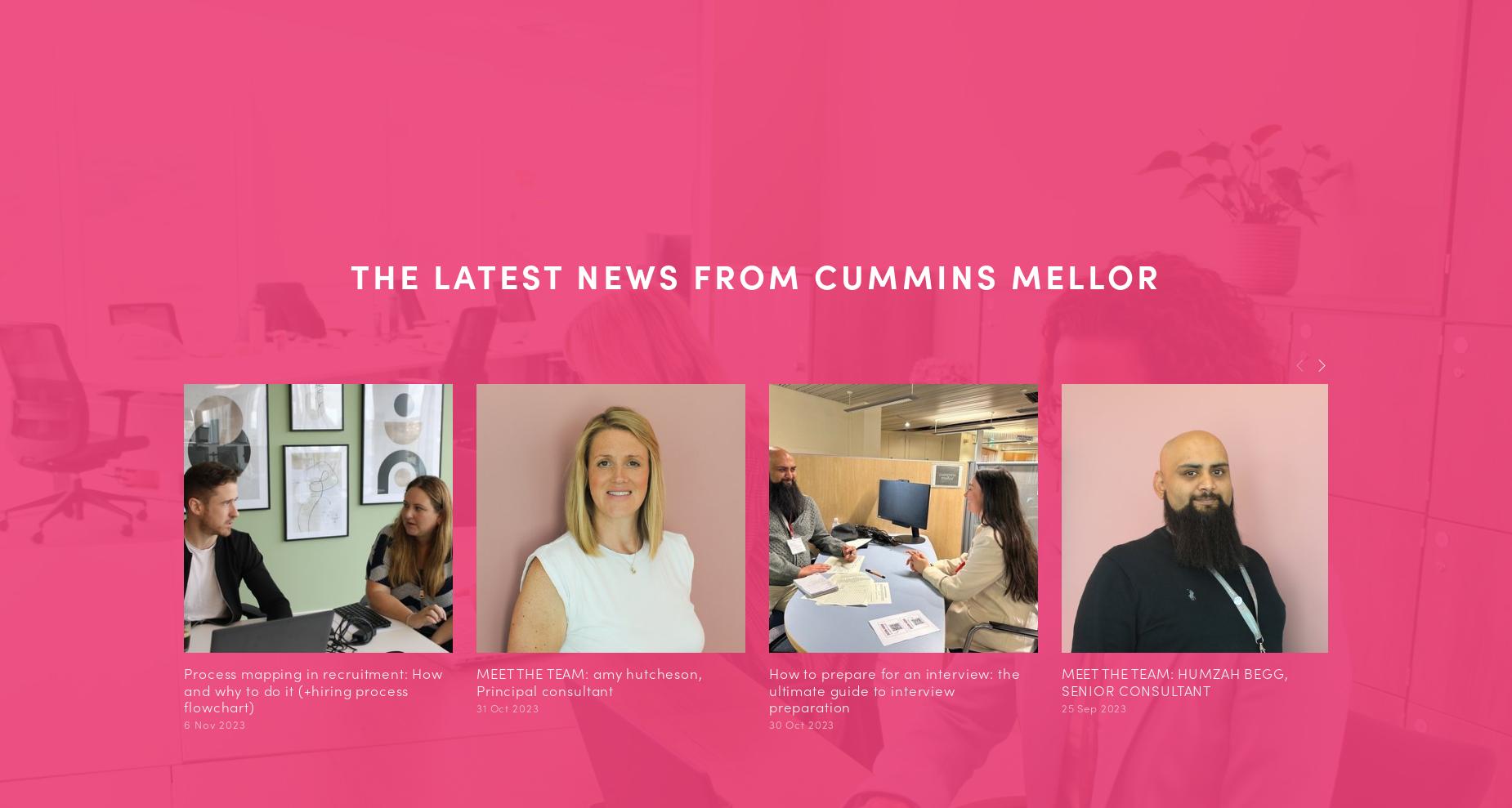 The width and height of the screenshot is (1512, 808). What do you see at coordinates (312, 690) in the screenshot?
I see `'Process mapping in recruitment: How and why to do it (+hiring process flowchart)'` at bounding box center [312, 690].